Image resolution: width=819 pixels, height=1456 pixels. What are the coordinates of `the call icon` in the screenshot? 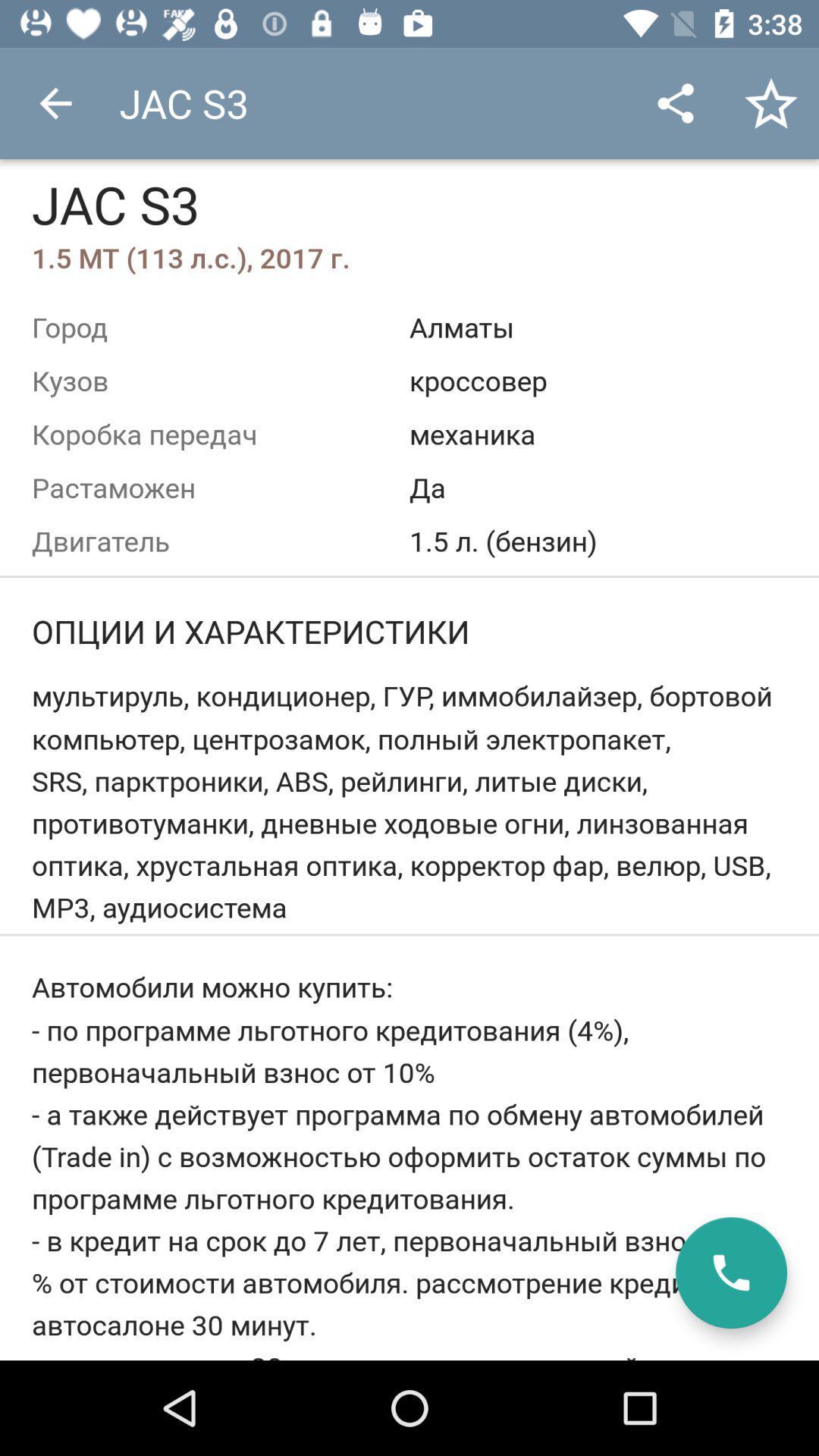 It's located at (730, 1272).